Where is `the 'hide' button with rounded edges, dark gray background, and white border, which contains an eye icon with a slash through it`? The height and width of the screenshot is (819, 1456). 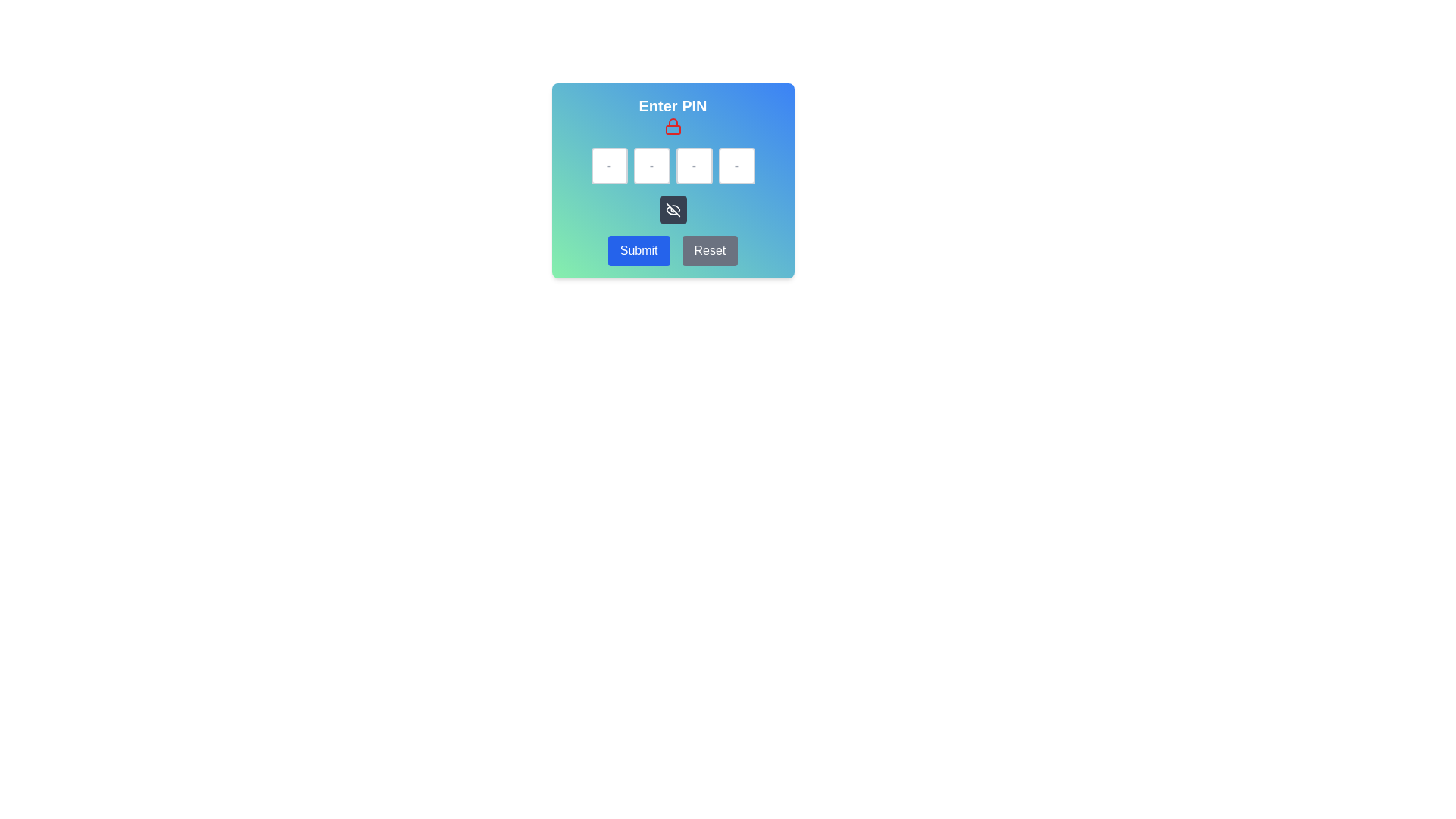
the 'hide' button with rounded edges, dark gray background, and white border, which contains an eye icon with a slash through it is located at coordinates (672, 209).